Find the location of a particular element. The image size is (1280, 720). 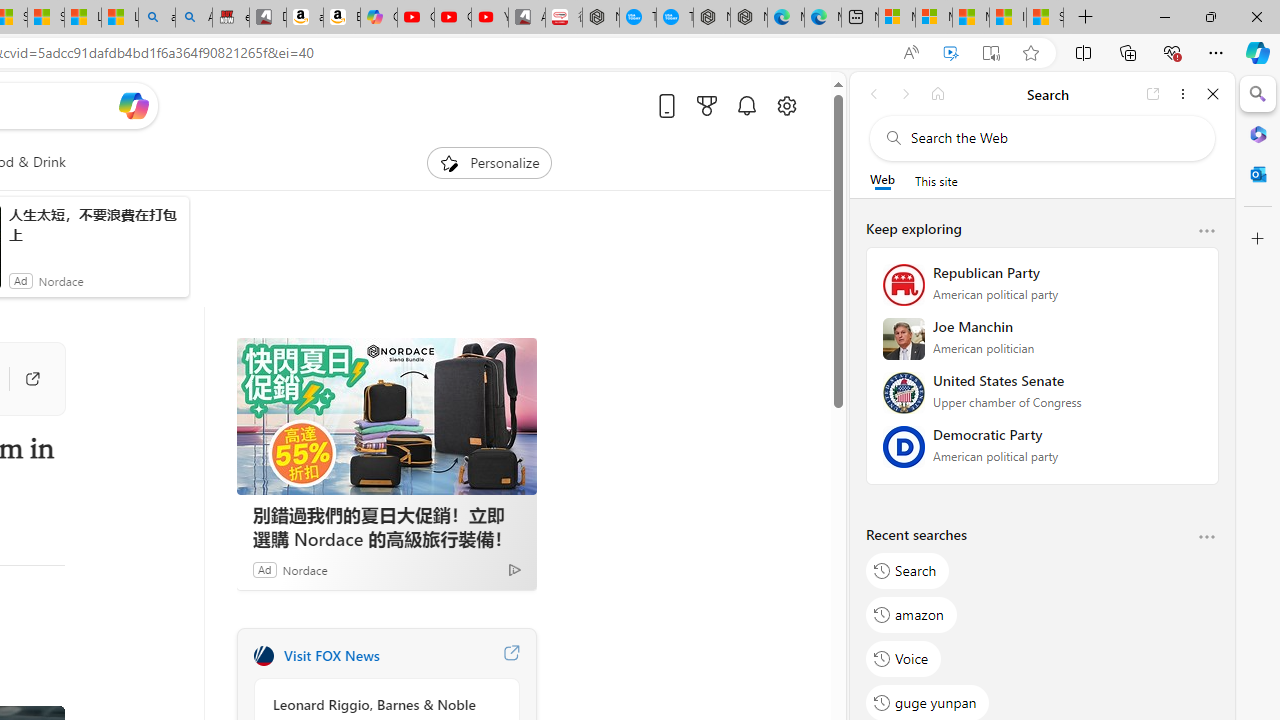

'Joe Manchin American politician' is located at coordinates (1041, 344).